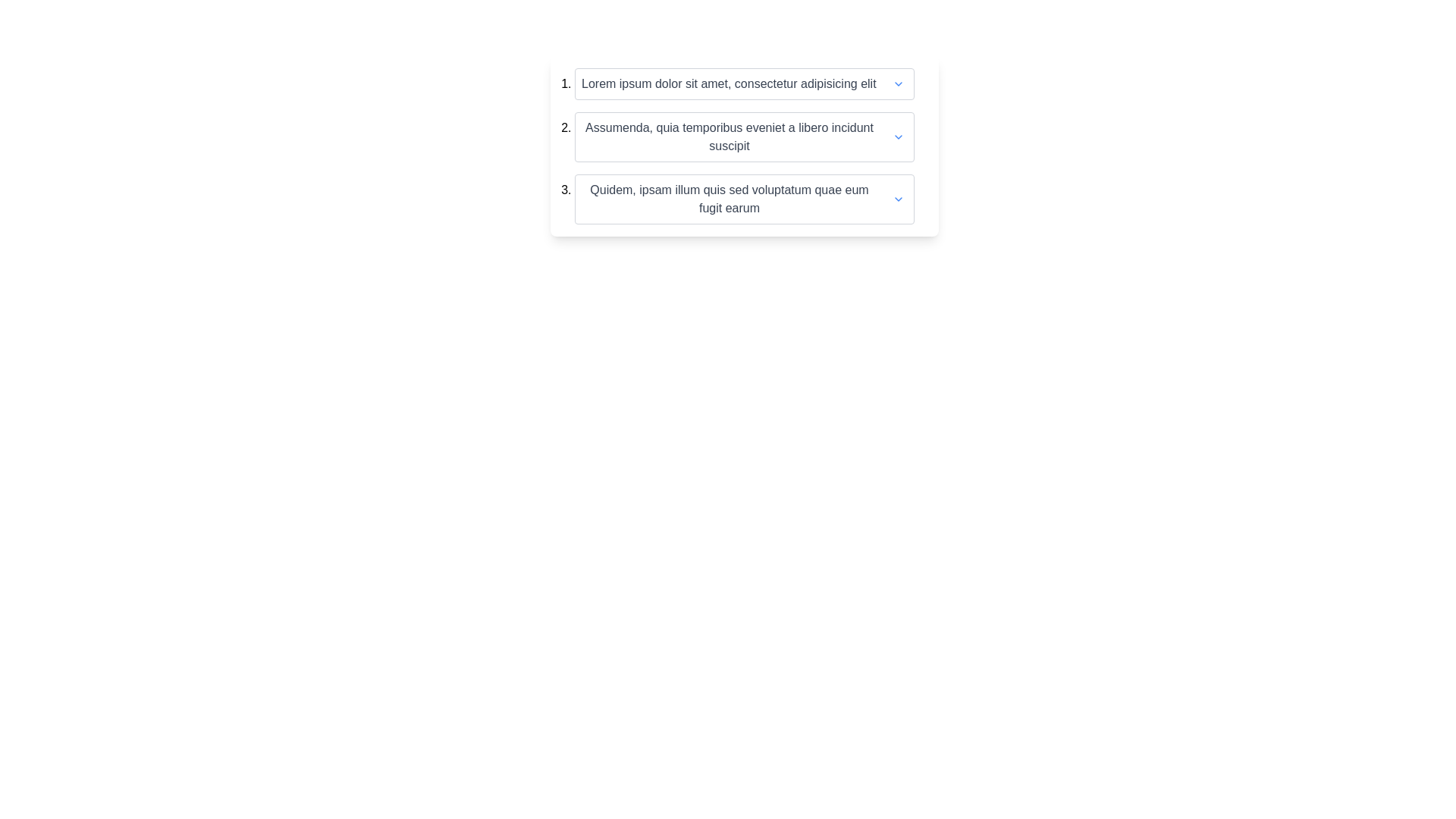 Image resolution: width=1456 pixels, height=819 pixels. I want to click on the Dropdown Header labeled 'Assumenda, quia temporibus eveniet a libero incidunt suscipit', so click(745, 137).